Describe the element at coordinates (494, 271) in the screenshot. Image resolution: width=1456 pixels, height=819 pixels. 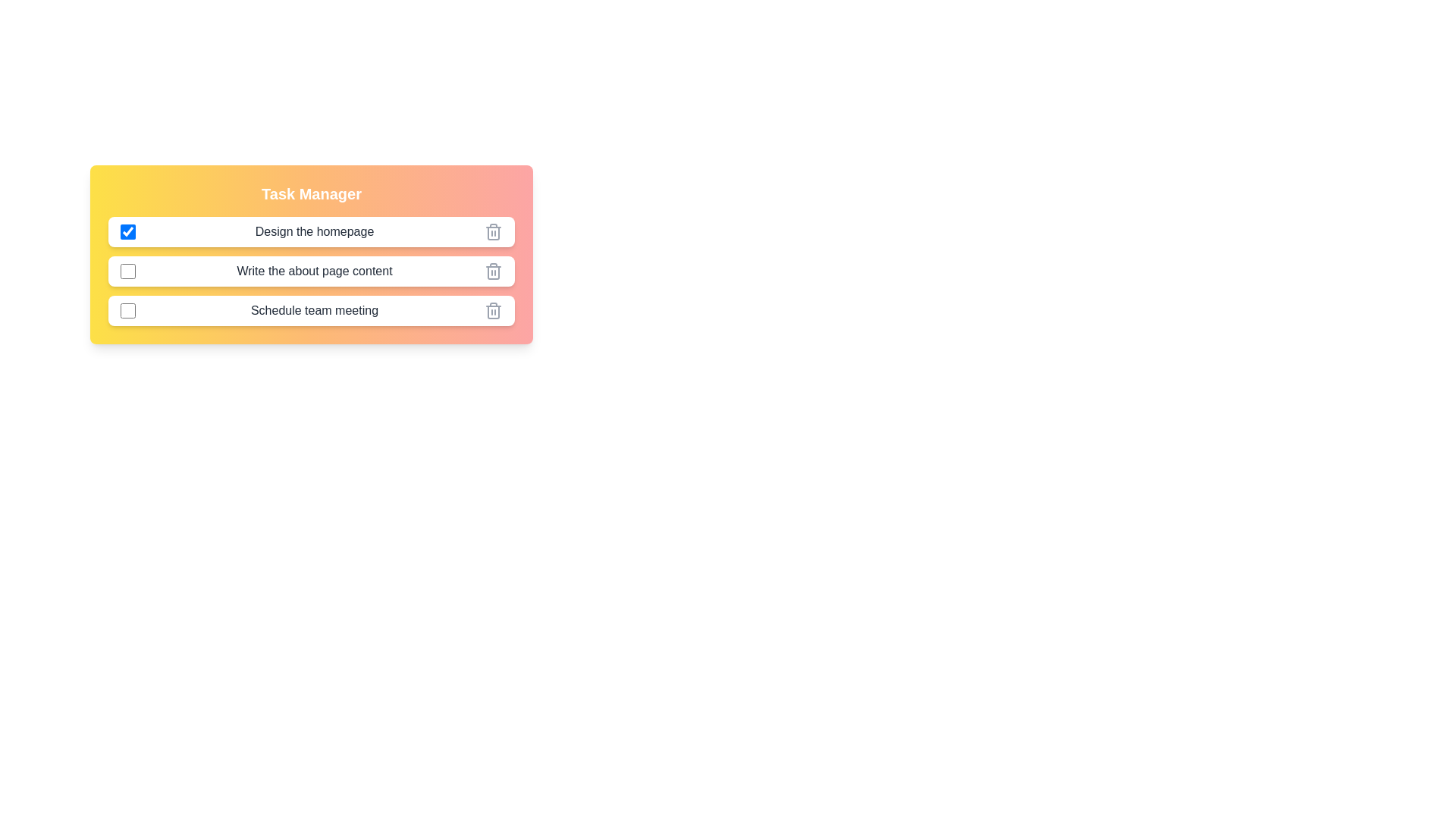
I see `the delete icon for the task titled 'Write the about page content'` at that location.